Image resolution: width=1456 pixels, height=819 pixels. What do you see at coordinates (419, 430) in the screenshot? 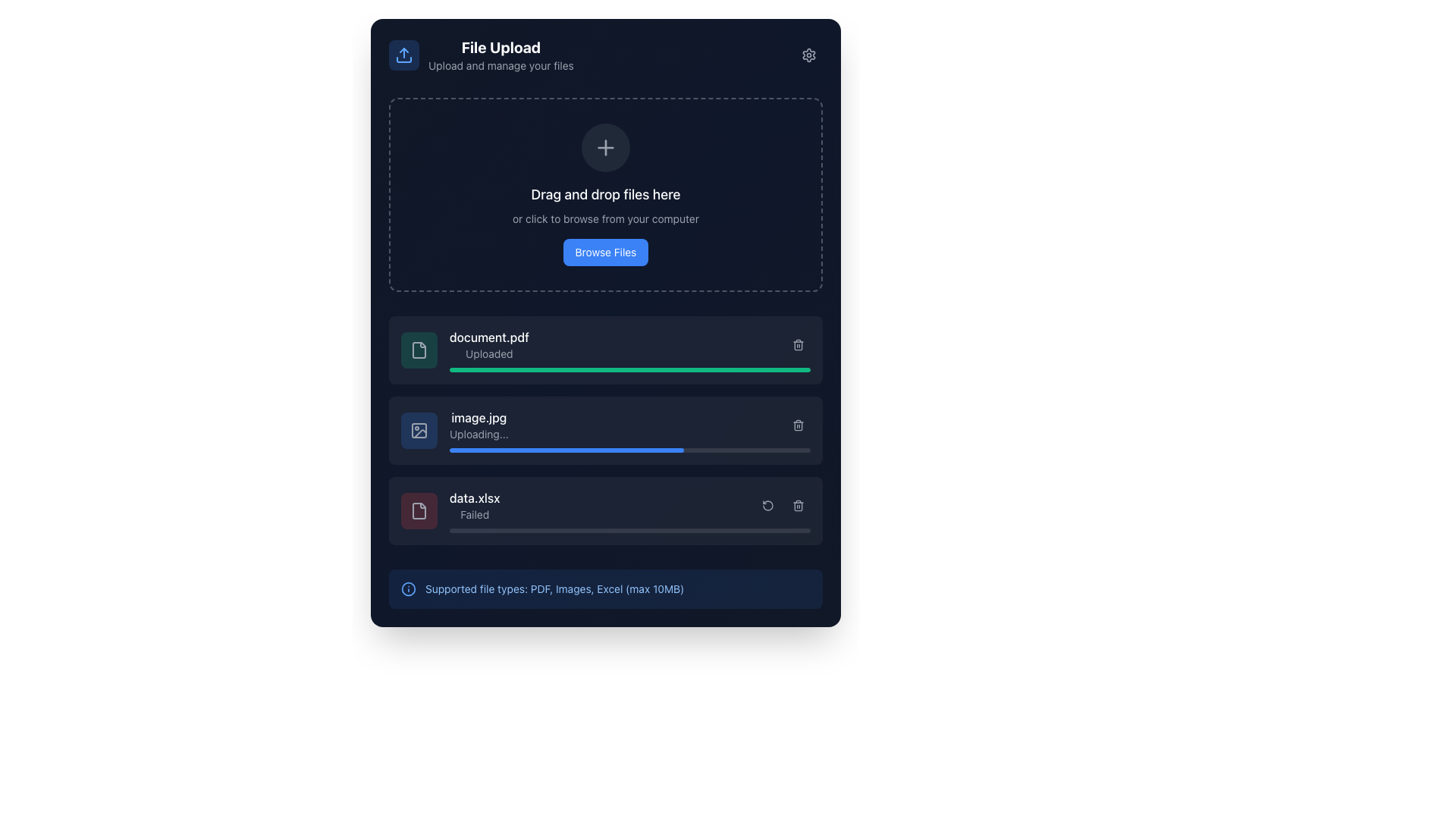
I see `the square-shaped icon with a rounded-corner blue background located to the left of the text 'image.jpg'` at bounding box center [419, 430].